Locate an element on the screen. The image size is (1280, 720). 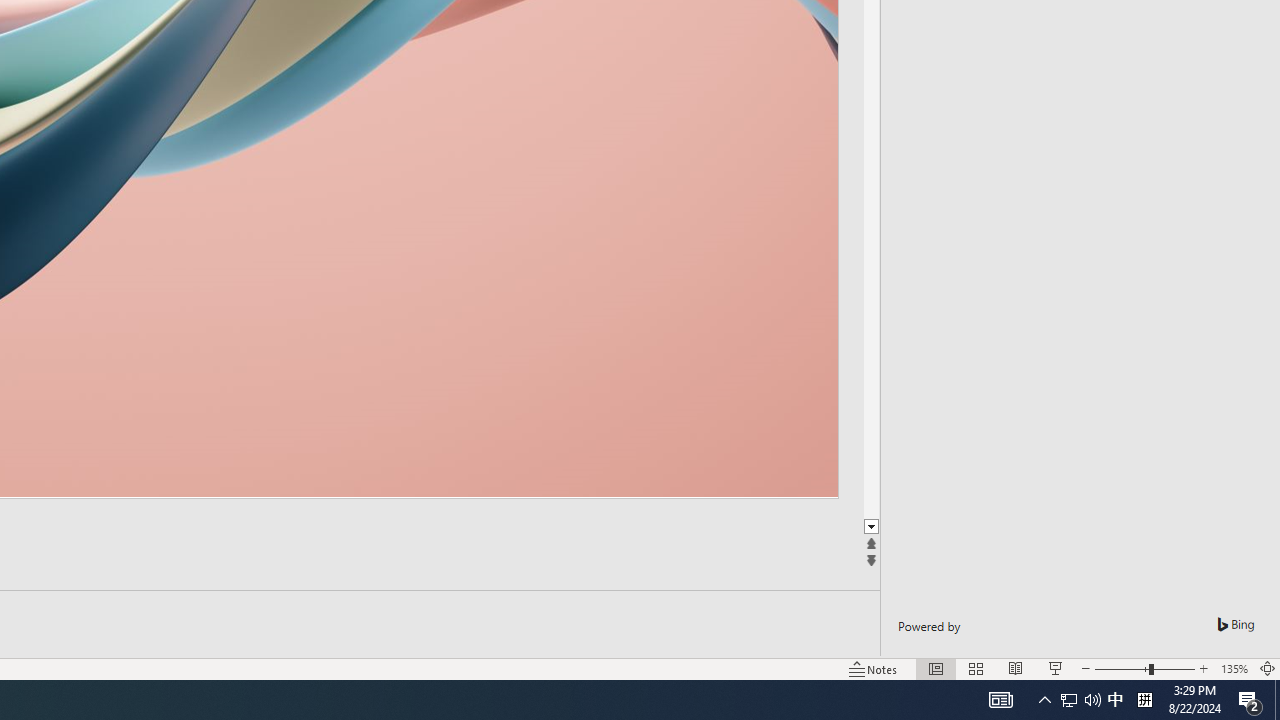
'Line down' is located at coordinates (871, 526).